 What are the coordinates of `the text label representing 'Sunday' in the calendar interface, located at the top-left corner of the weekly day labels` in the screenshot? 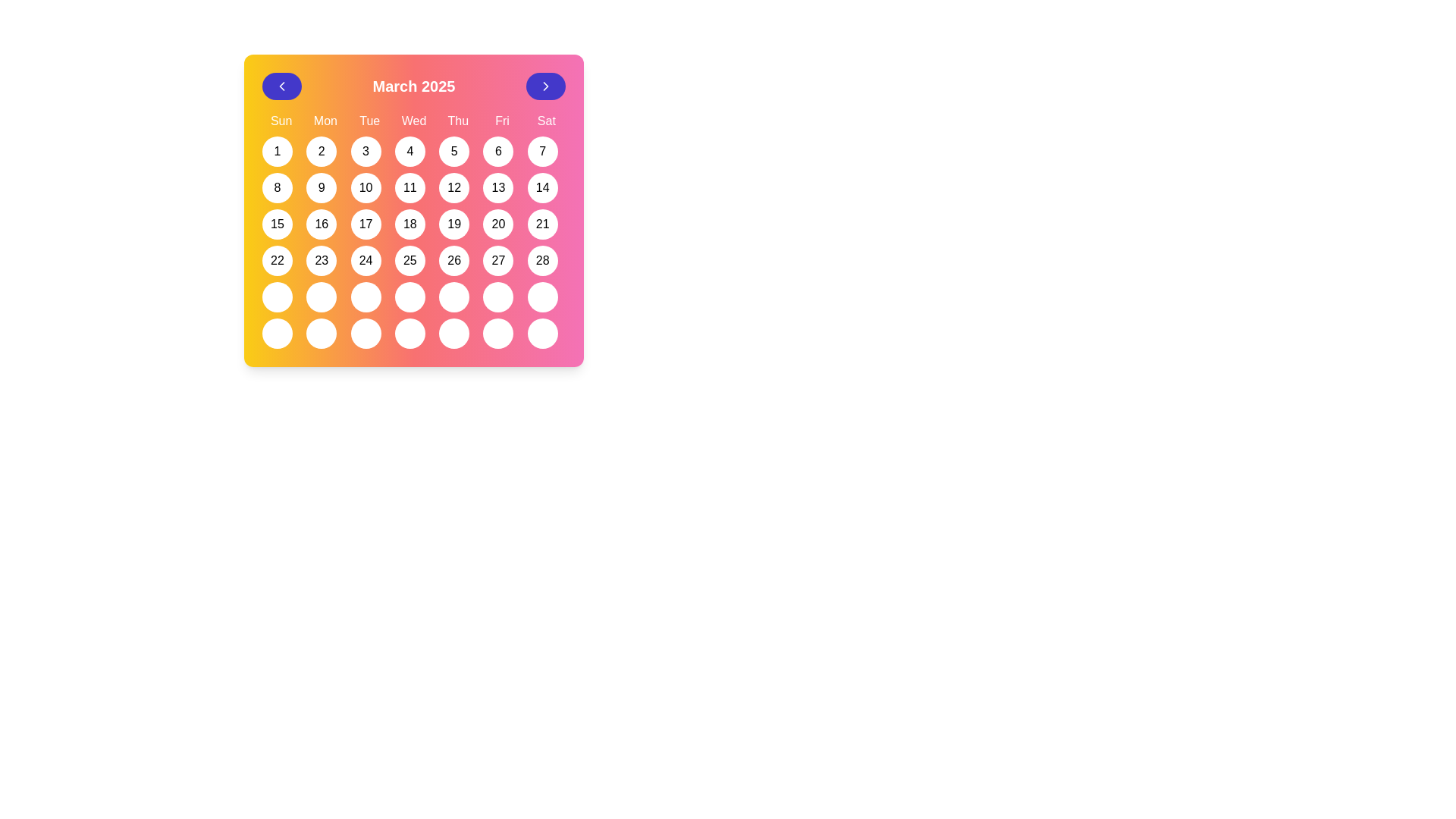 It's located at (281, 120).